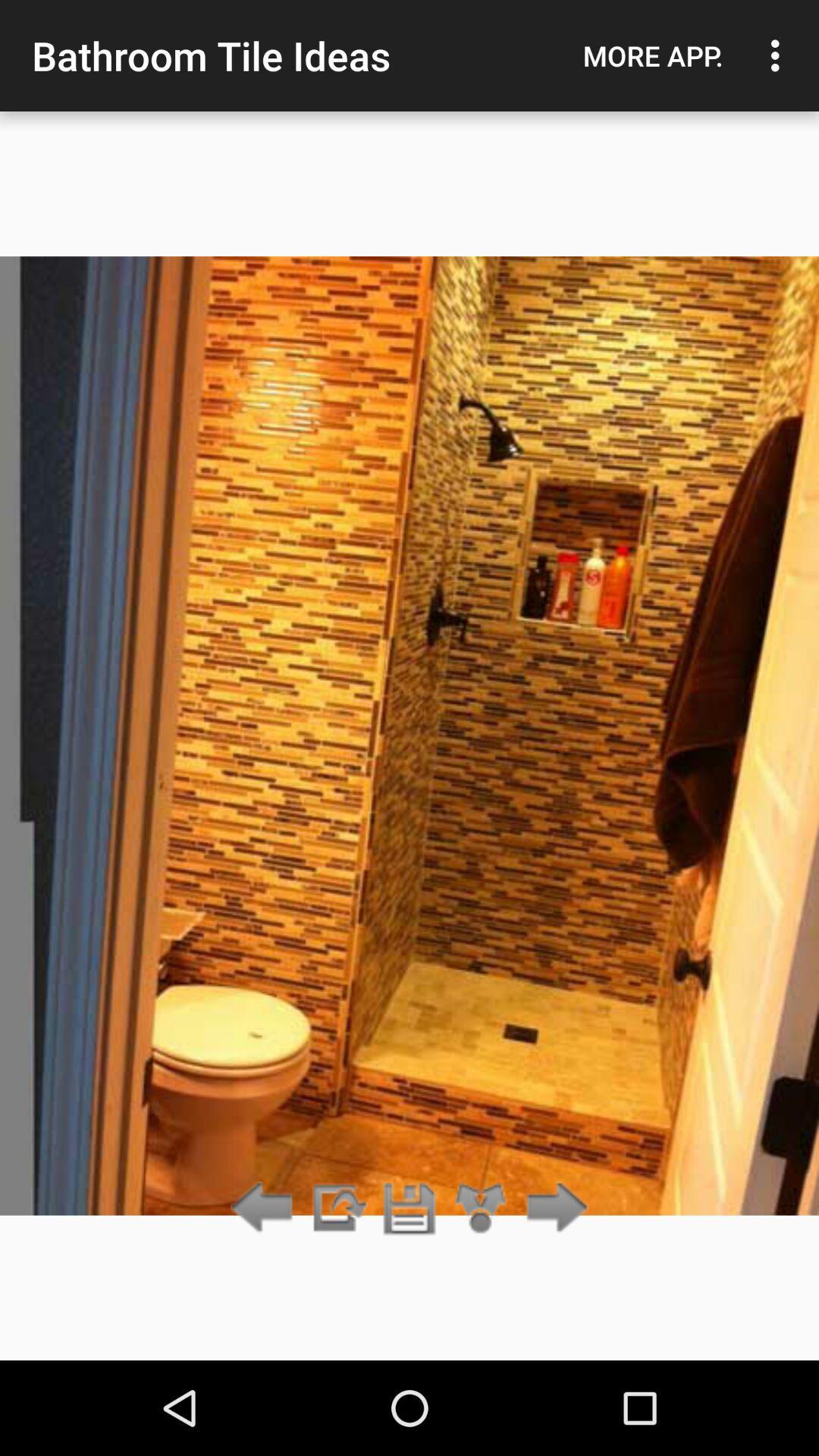 The image size is (819, 1456). Describe the element at coordinates (265, 1208) in the screenshot. I see `go back` at that location.